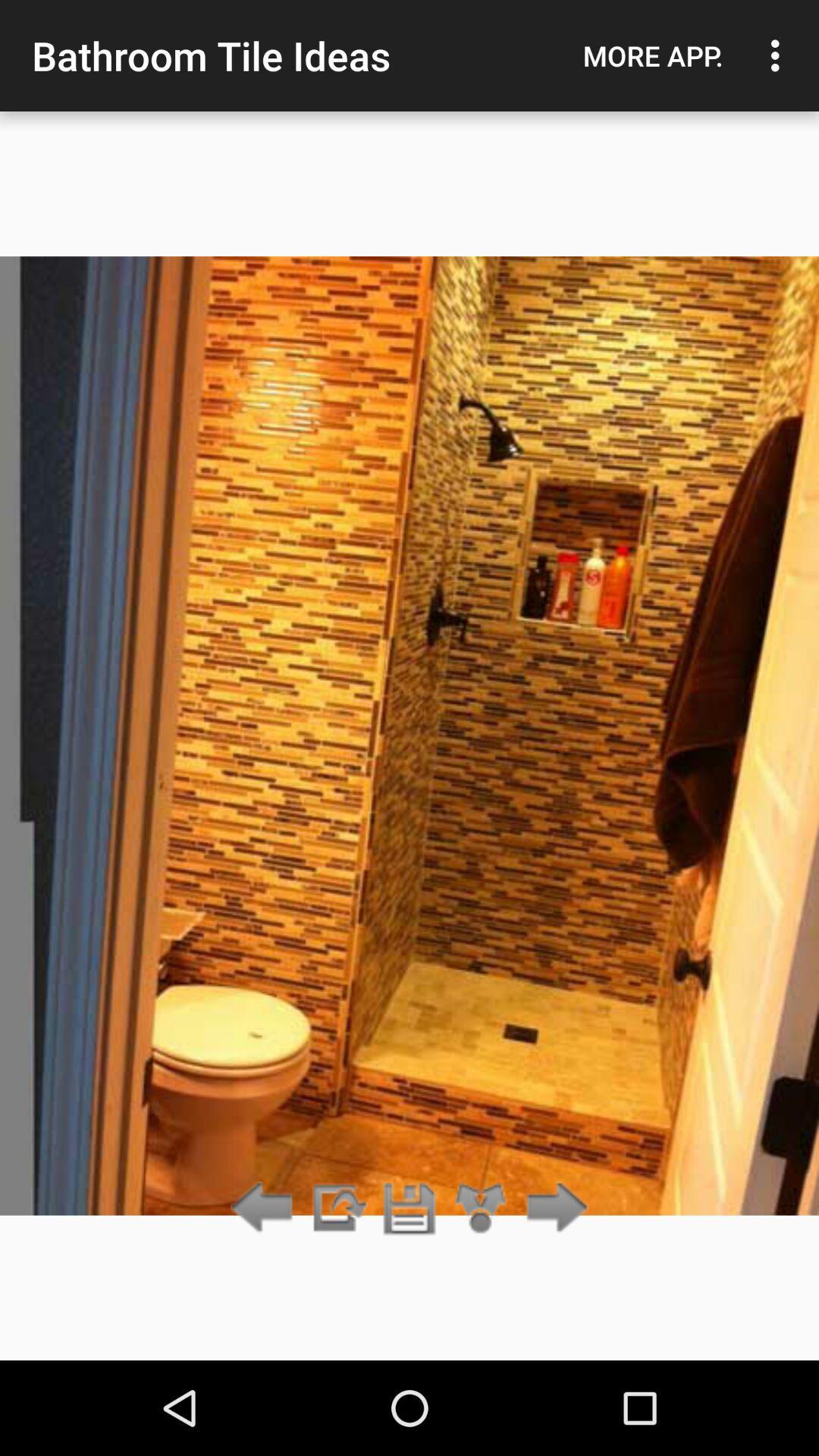 The image size is (819, 1456). Describe the element at coordinates (265, 1208) in the screenshot. I see `go back` at that location.